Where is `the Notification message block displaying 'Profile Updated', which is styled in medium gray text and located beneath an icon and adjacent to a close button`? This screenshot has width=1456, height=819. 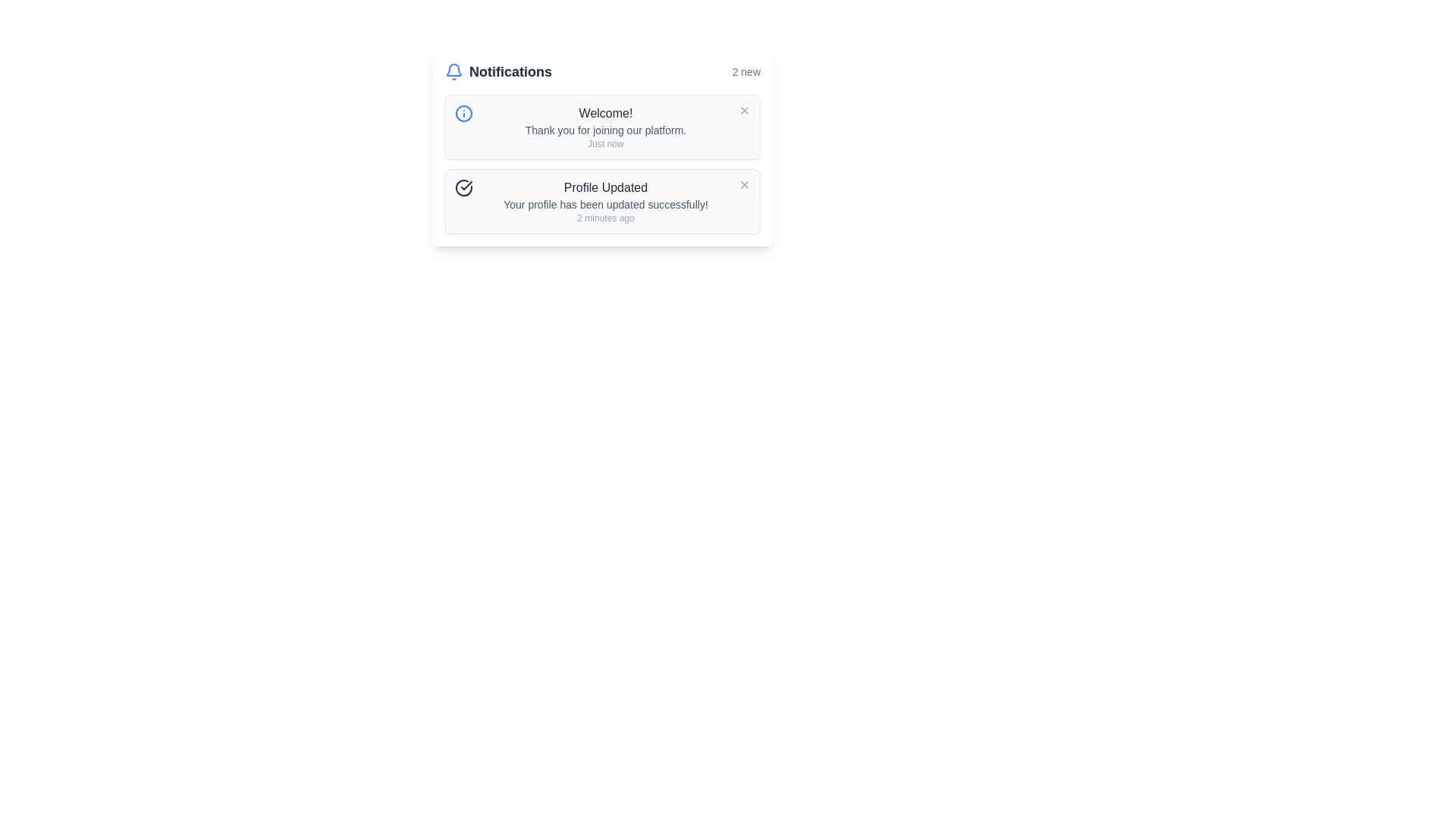 the Notification message block displaying 'Profile Updated', which is styled in medium gray text and located beneath an icon and adjacent to a close button is located at coordinates (604, 201).